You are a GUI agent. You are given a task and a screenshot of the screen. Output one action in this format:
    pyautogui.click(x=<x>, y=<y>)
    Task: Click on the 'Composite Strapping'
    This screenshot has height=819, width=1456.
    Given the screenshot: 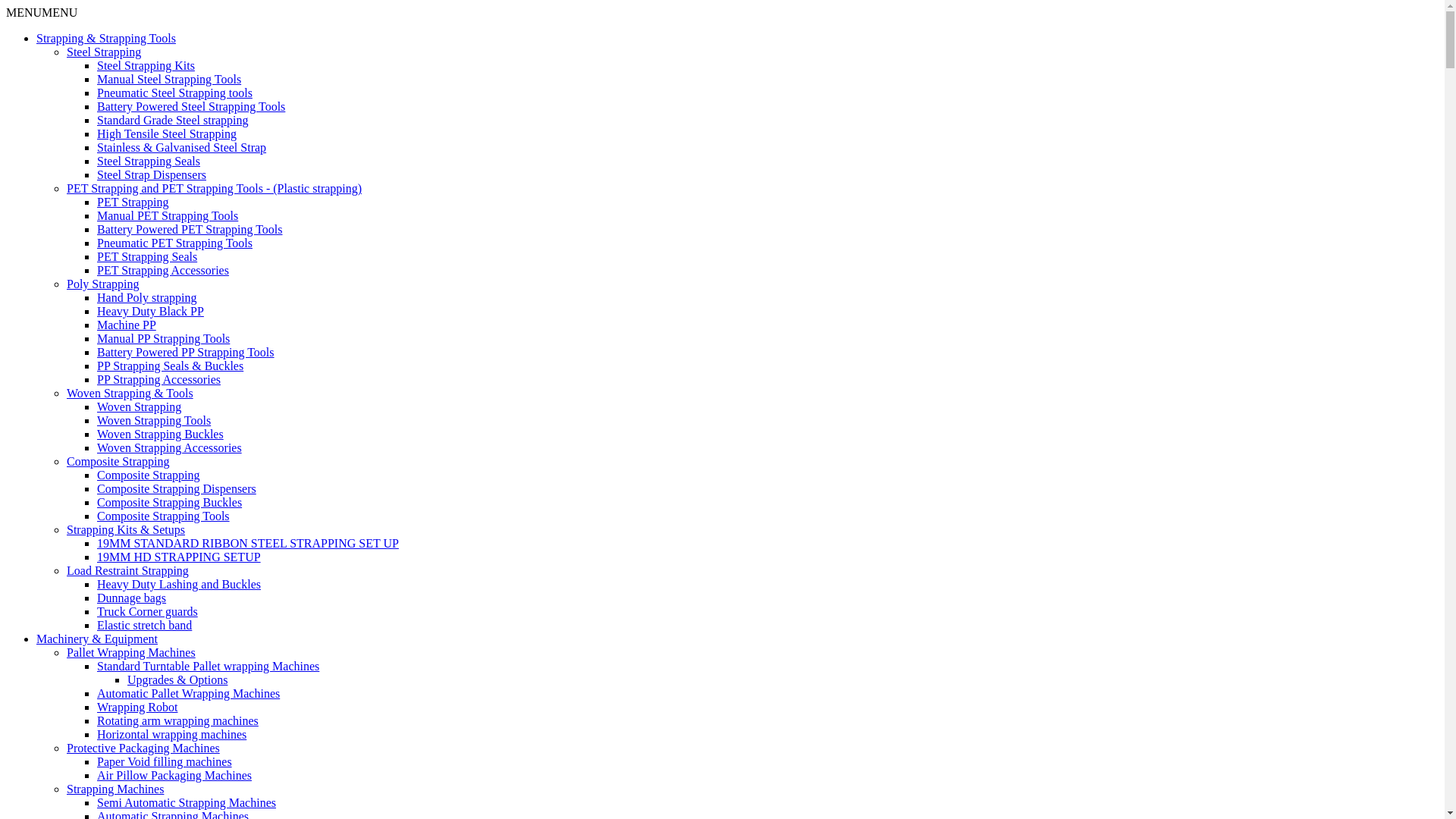 What is the action you would take?
    pyautogui.click(x=149, y=474)
    